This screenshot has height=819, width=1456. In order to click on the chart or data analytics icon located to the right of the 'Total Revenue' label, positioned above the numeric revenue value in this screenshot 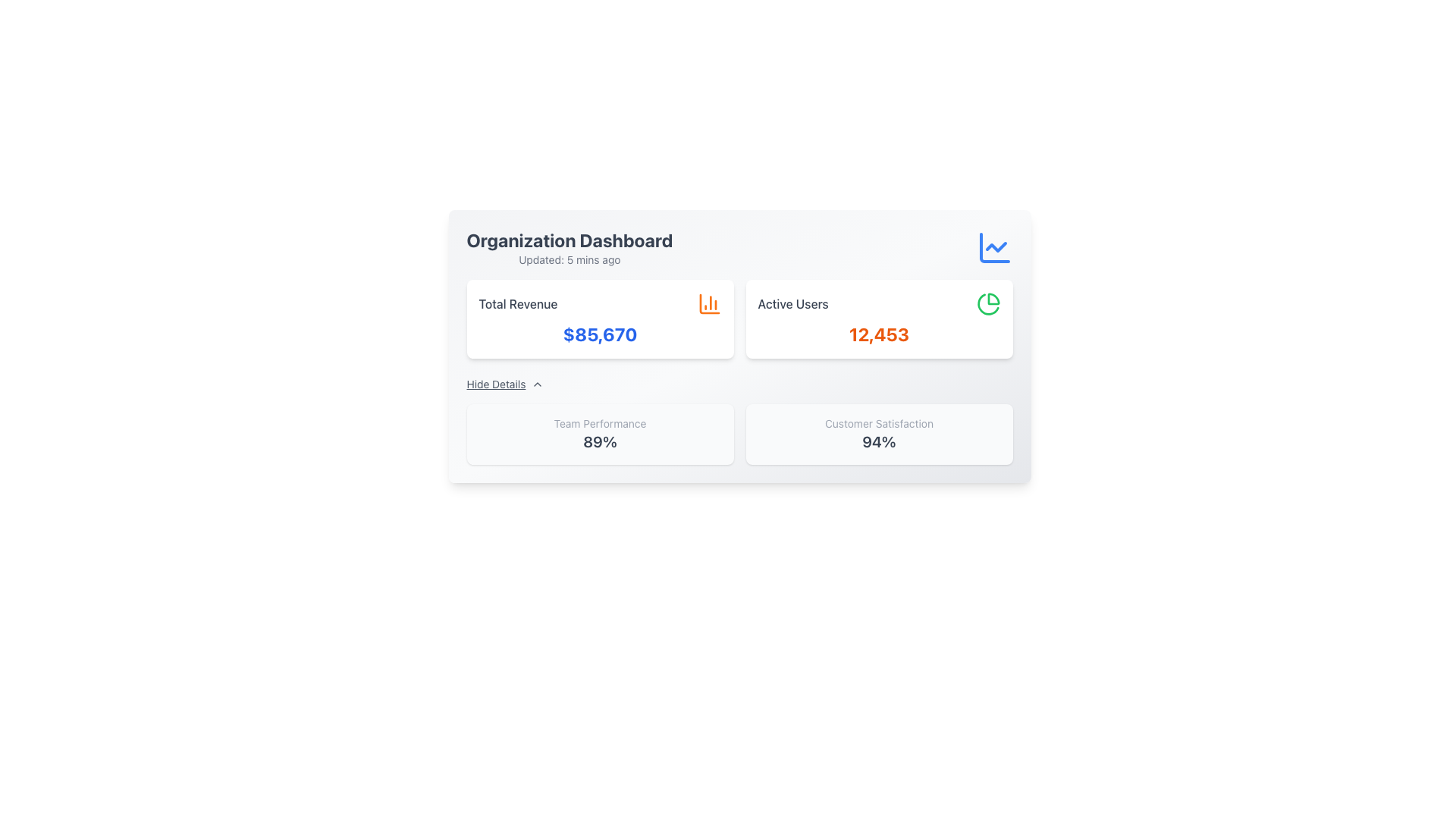, I will do `click(708, 304)`.